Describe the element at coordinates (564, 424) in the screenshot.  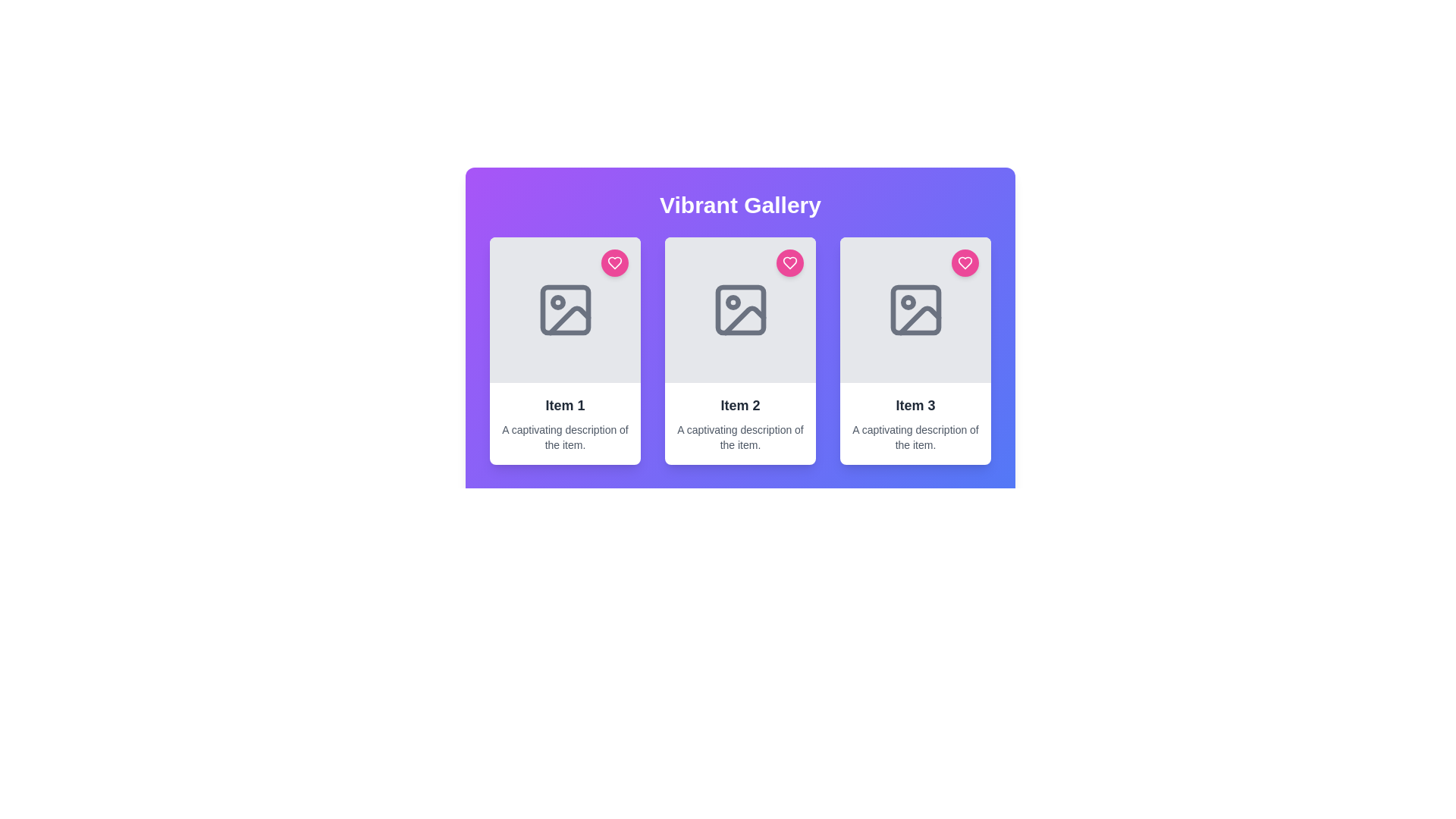
I see `item information from the text block element located on the bottom half of the first card in a horizontally arranged gallery` at that location.